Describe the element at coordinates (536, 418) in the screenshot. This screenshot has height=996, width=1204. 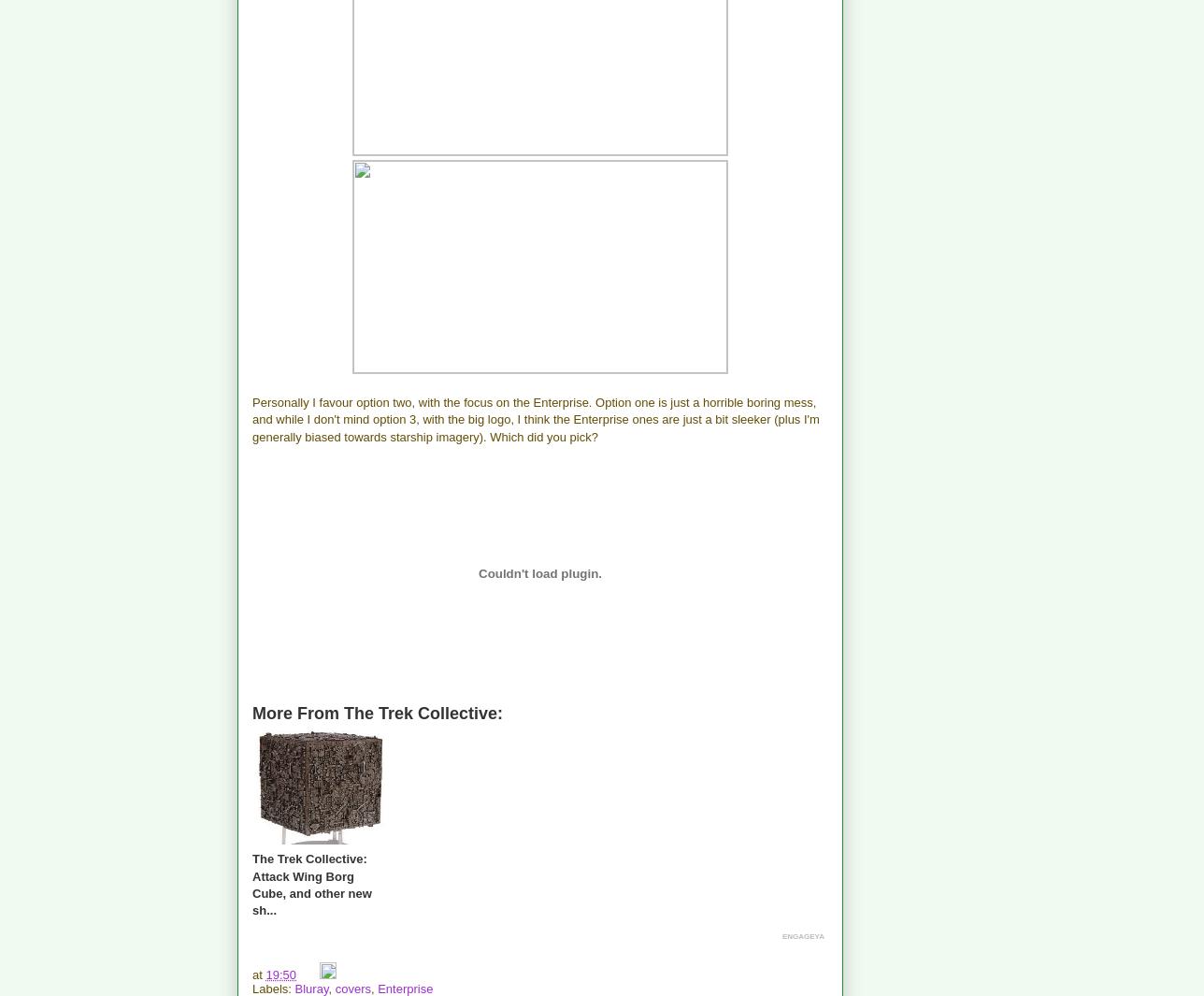
I see `'Personally I favour option two, with the focus on the Enterprise. Option one is just a horrible boring mess, and while I don't mind option 3, with the big logo, I think the Enterprise ones are just a bit sleeker (plus I'm generally biased towards starship imagery). Which did you pick?'` at that location.